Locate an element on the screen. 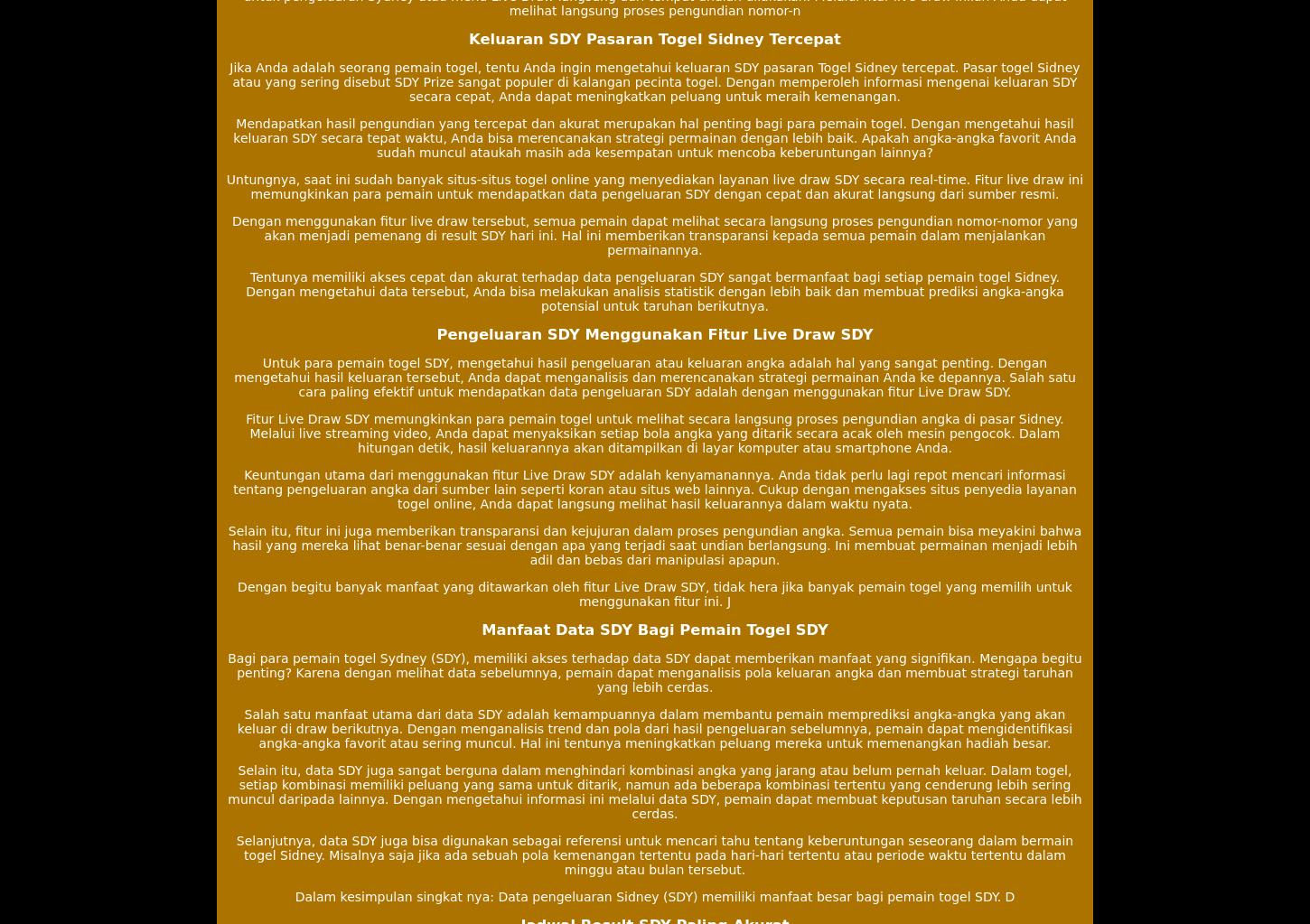 The height and width of the screenshot is (924, 1310). 'Fitur Live Draw SDY memungkinkan para pemain togel untuk melihat secara langsung proses pengundian angka di pasar Sidney. Melalui live streaming video, Anda dapat menyaksikan setiap bola angka yang ditarik secara acak oleh mesin pengocok. Dalam hitungan detik, hasil keluarannya akan ditampilkan di layar komputer atau smartphone Anda.' is located at coordinates (653, 432).